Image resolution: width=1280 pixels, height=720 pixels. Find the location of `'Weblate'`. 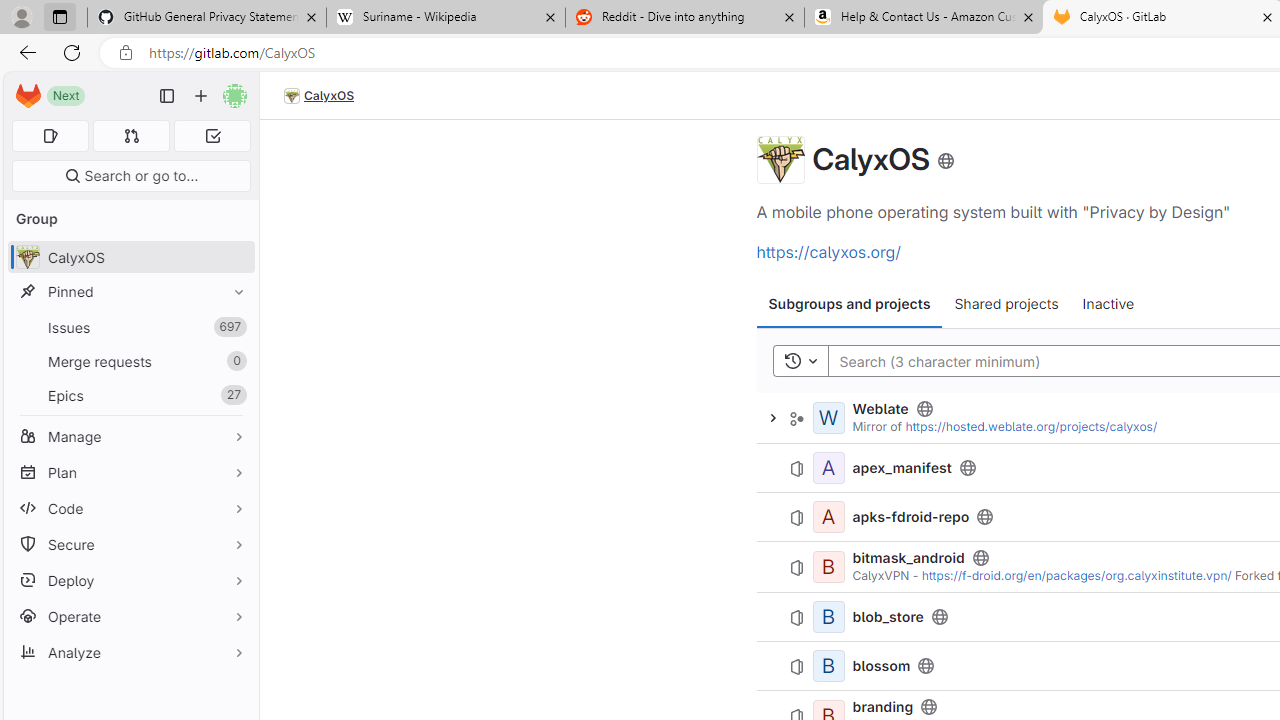

'Weblate' is located at coordinates (880, 407).